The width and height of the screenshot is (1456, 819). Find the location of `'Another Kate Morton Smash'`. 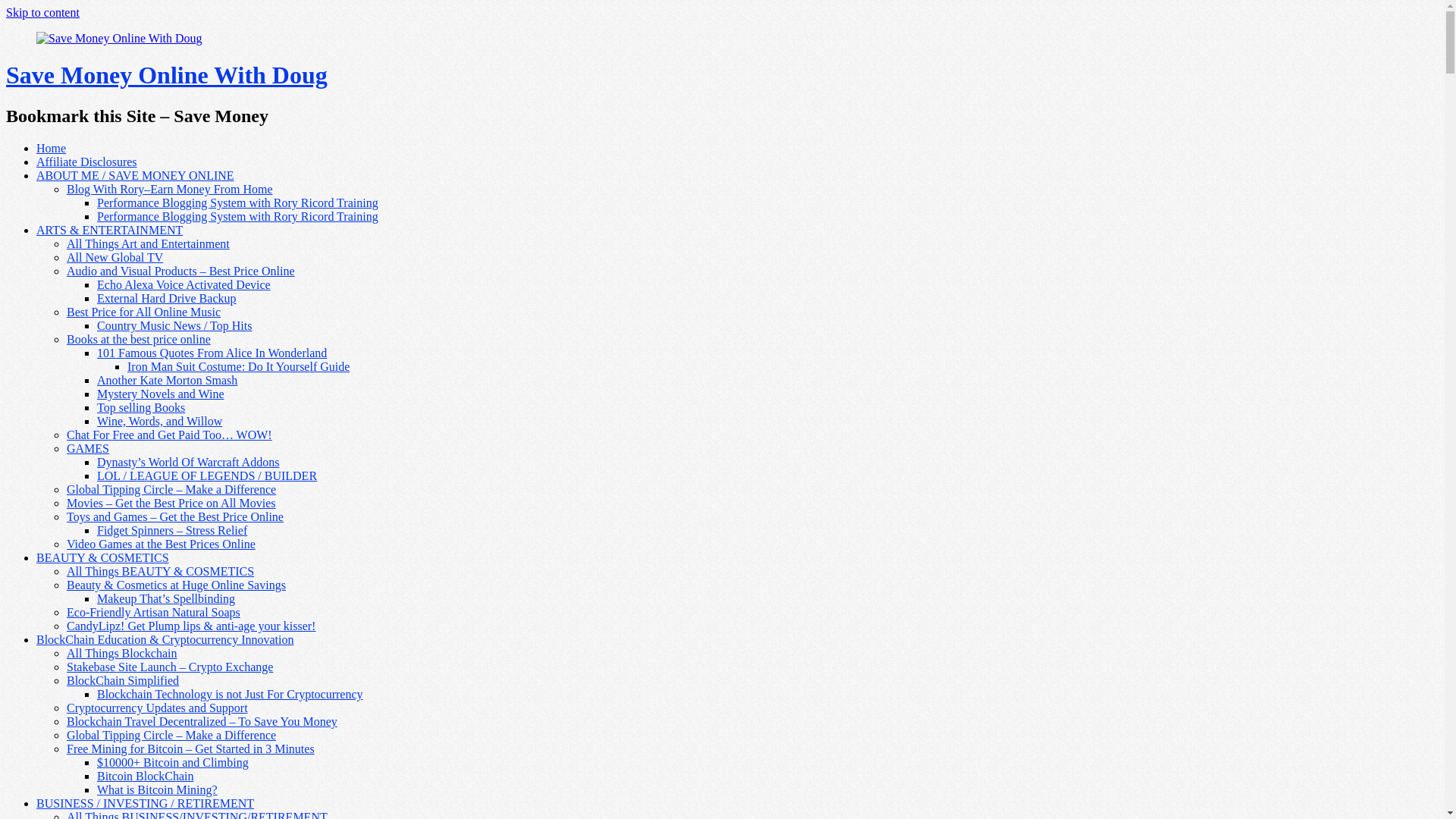

'Another Kate Morton Smash' is located at coordinates (167, 379).